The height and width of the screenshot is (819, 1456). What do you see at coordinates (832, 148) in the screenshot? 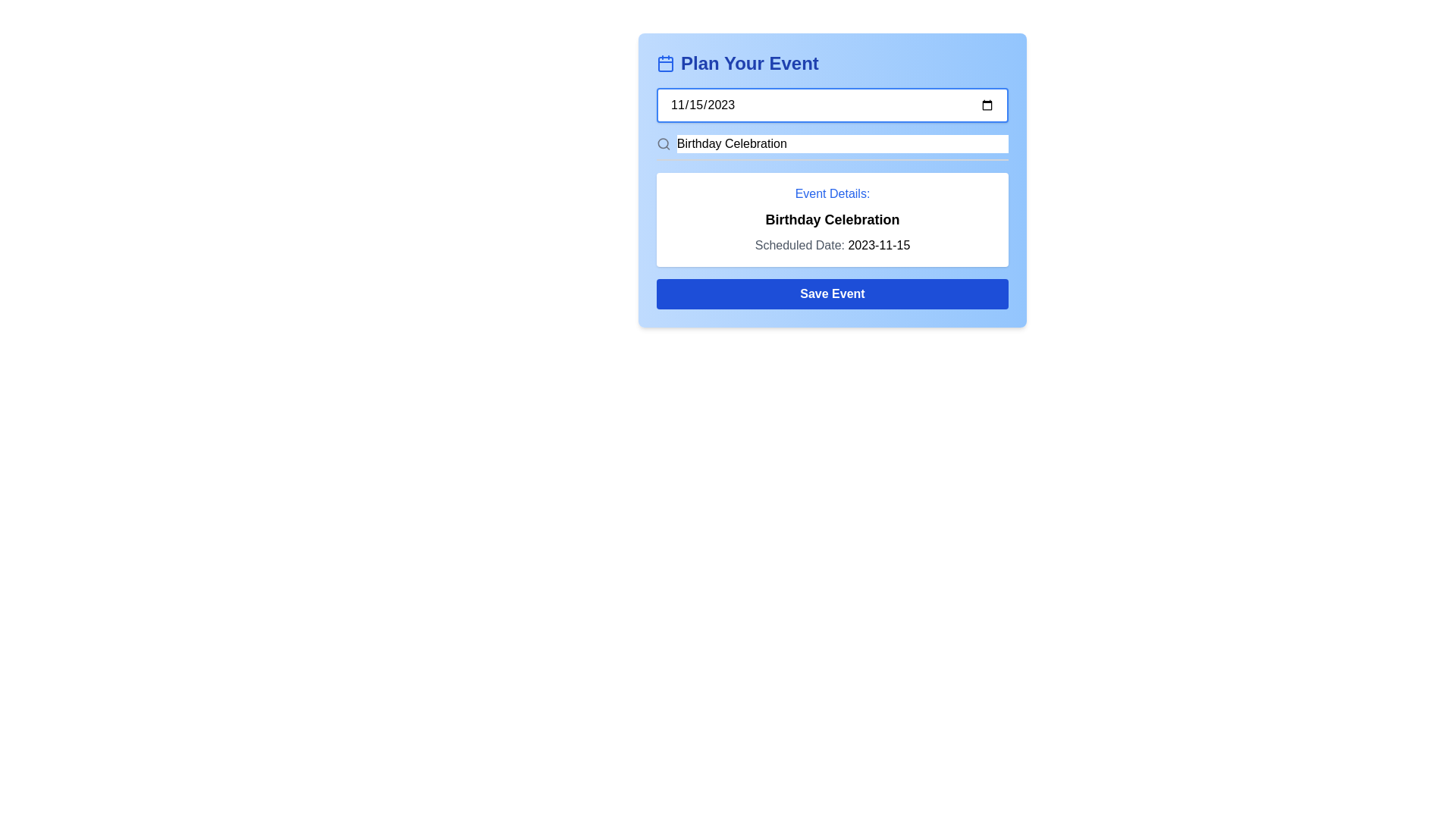
I see `the interactive text input field for entering the event name to focus it` at bounding box center [832, 148].